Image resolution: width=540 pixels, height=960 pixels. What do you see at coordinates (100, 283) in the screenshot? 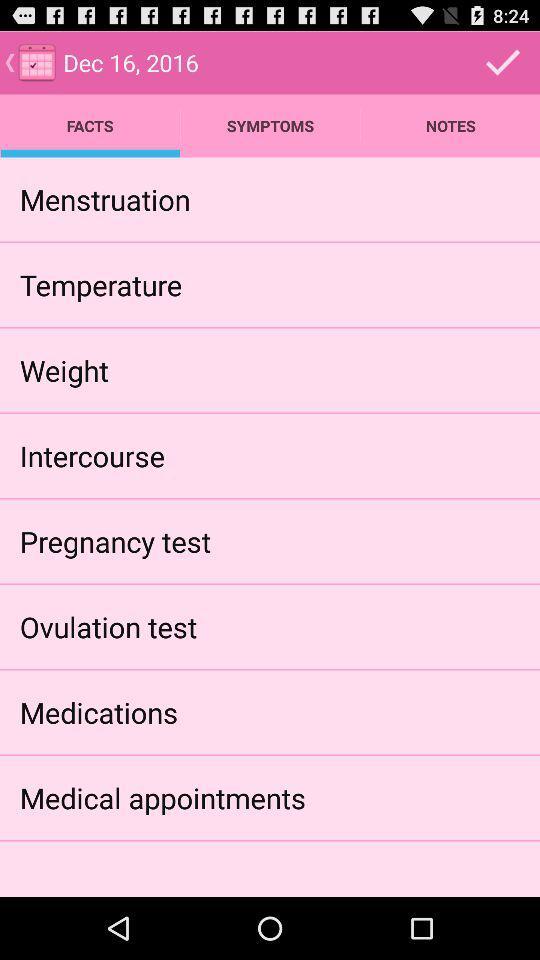
I see `item below the menstruation app` at bounding box center [100, 283].